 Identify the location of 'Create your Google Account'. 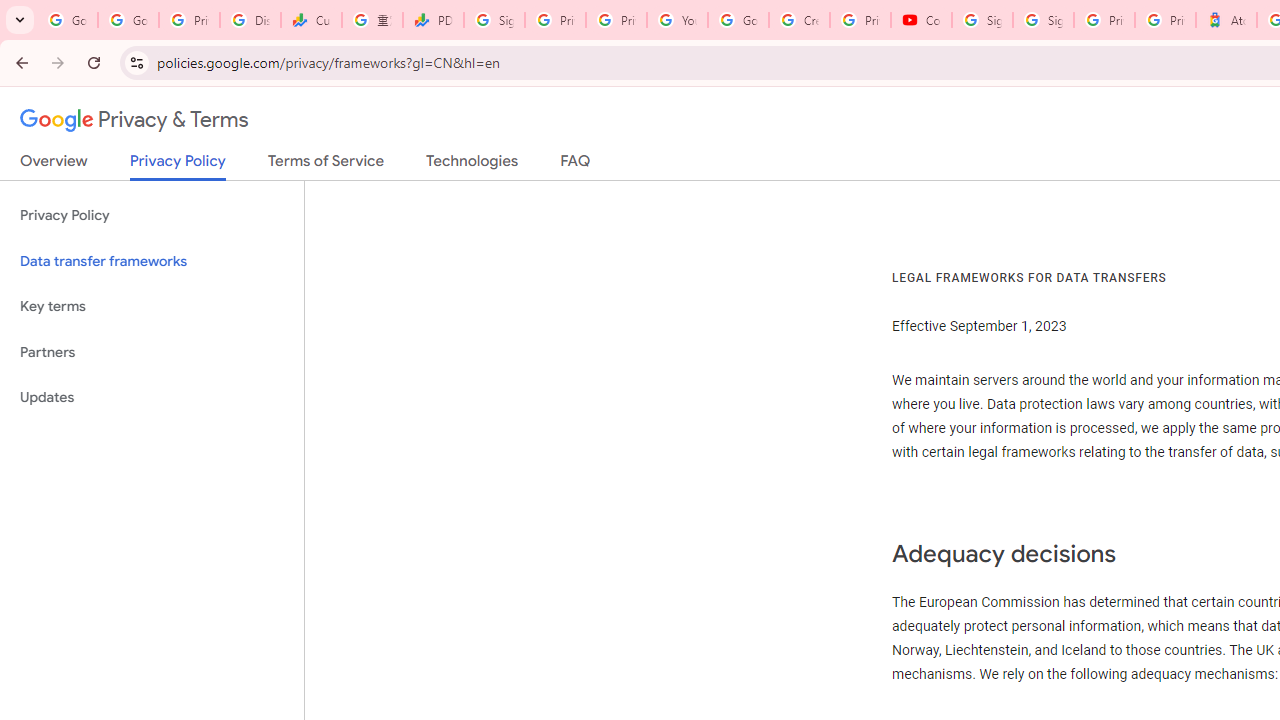
(798, 20).